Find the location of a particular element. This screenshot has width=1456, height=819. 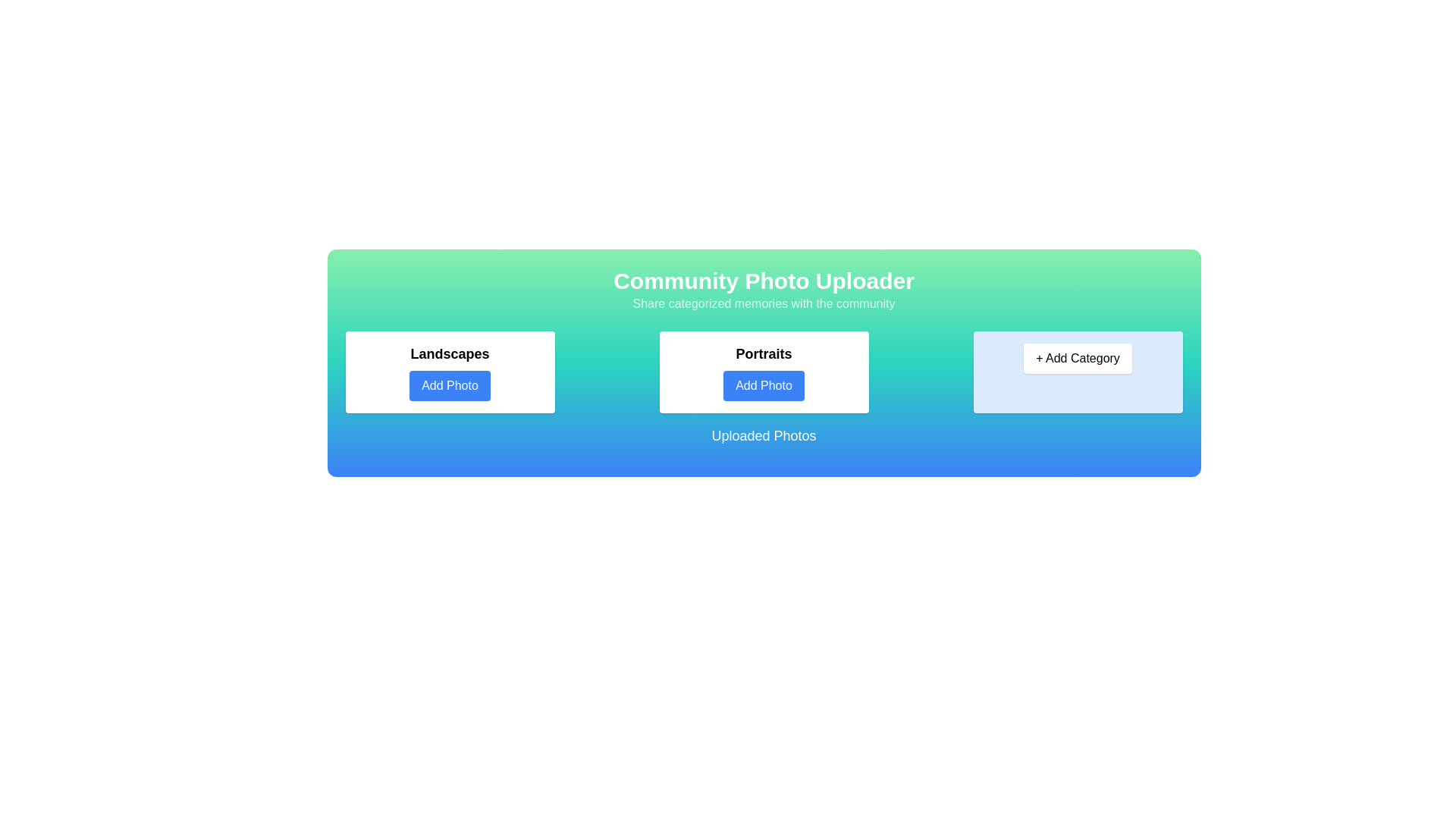

the title text label indicating the purpose of the community-driven photo uploading platform, located at the top of the interface is located at coordinates (764, 281).